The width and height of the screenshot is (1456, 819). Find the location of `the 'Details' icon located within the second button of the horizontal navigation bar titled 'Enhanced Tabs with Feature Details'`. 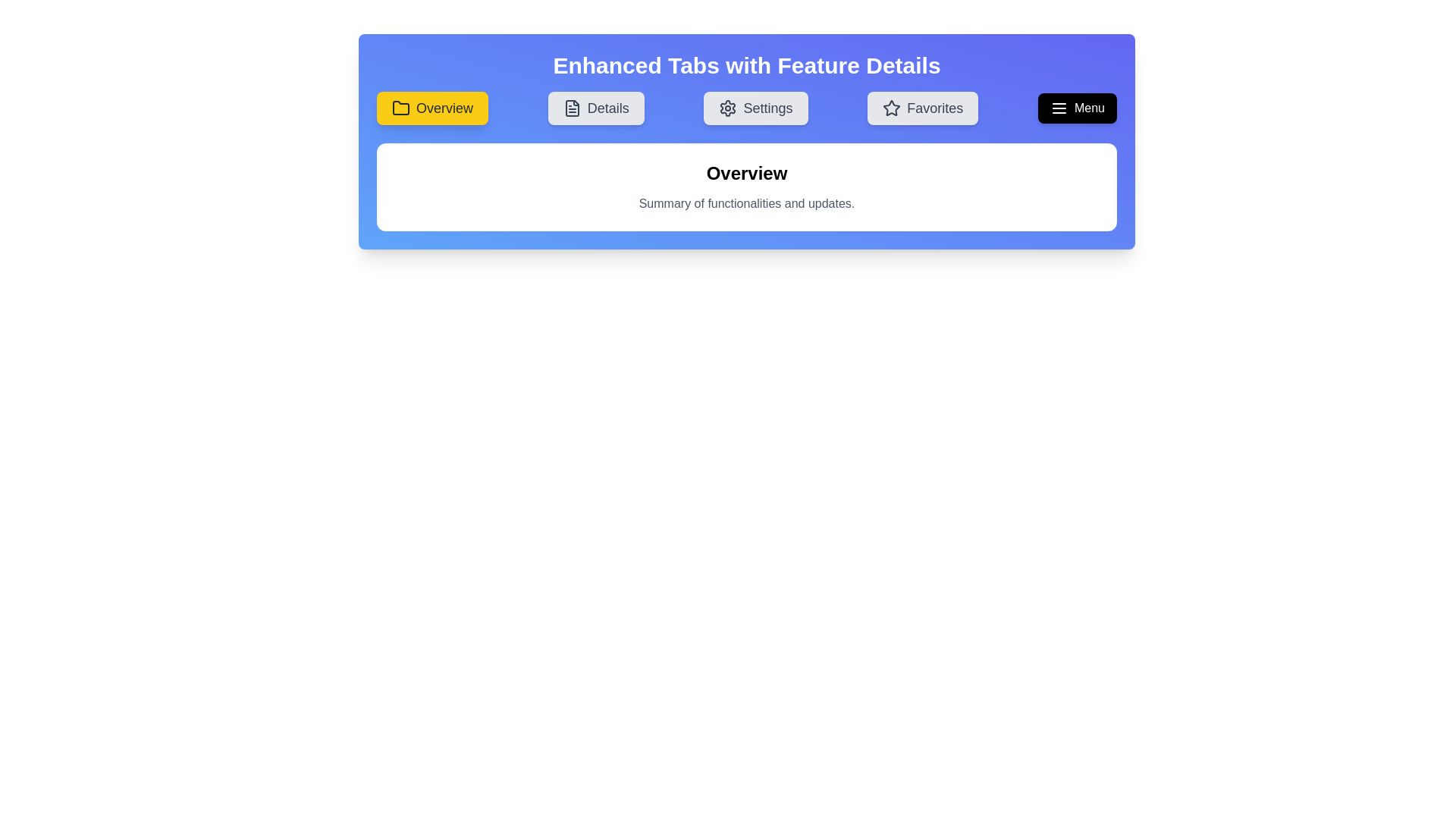

the 'Details' icon located within the second button of the horizontal navigation bar titled 'Enhanced Tabs with Feature Details' is located at coordinates (571, 107).